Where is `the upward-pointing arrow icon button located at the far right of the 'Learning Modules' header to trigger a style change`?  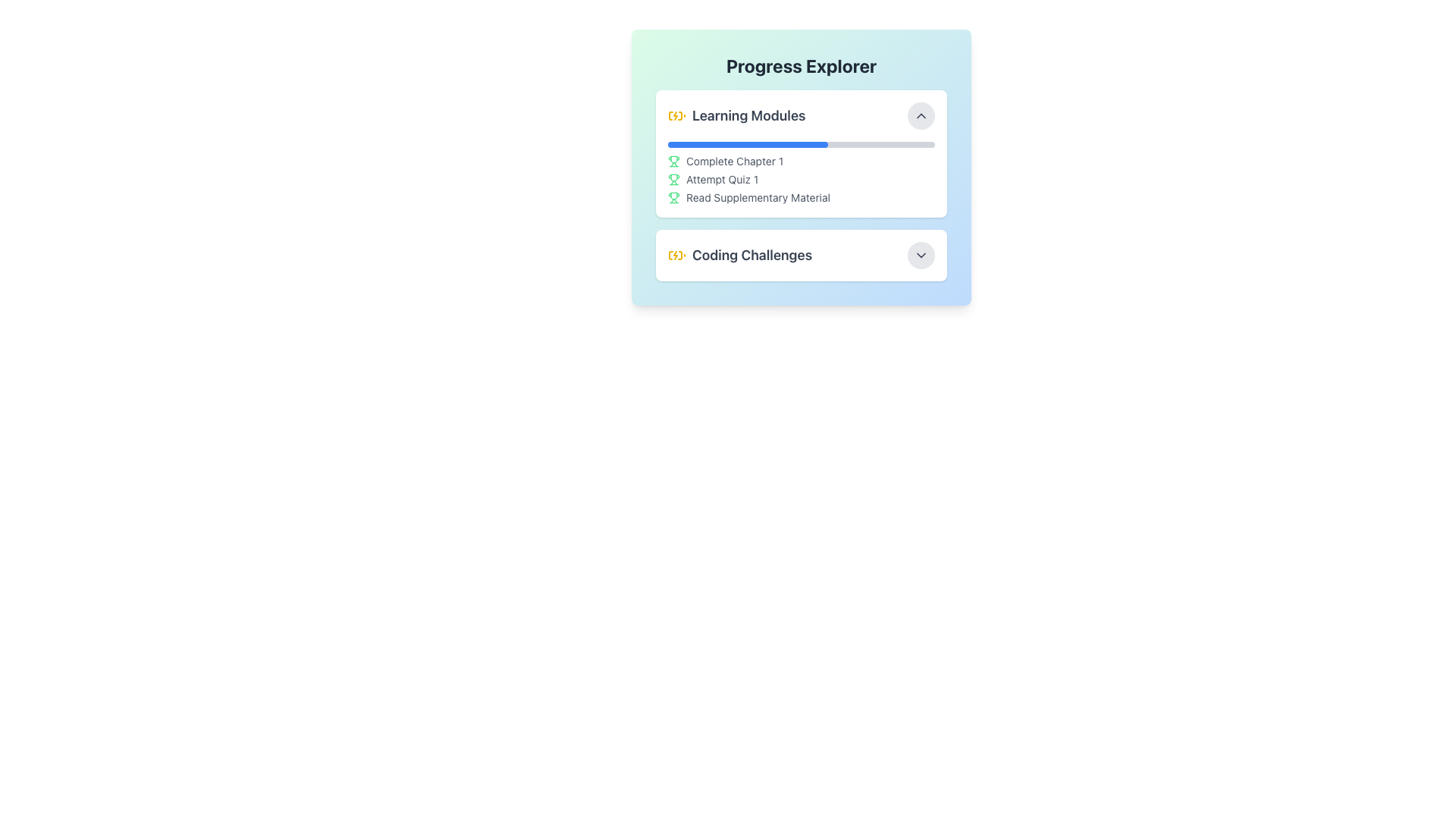
the upward-pointing arrow icon button located at the far right of the 'Learning Modules' header to trigger a style change is located at coordinates (920, 115).